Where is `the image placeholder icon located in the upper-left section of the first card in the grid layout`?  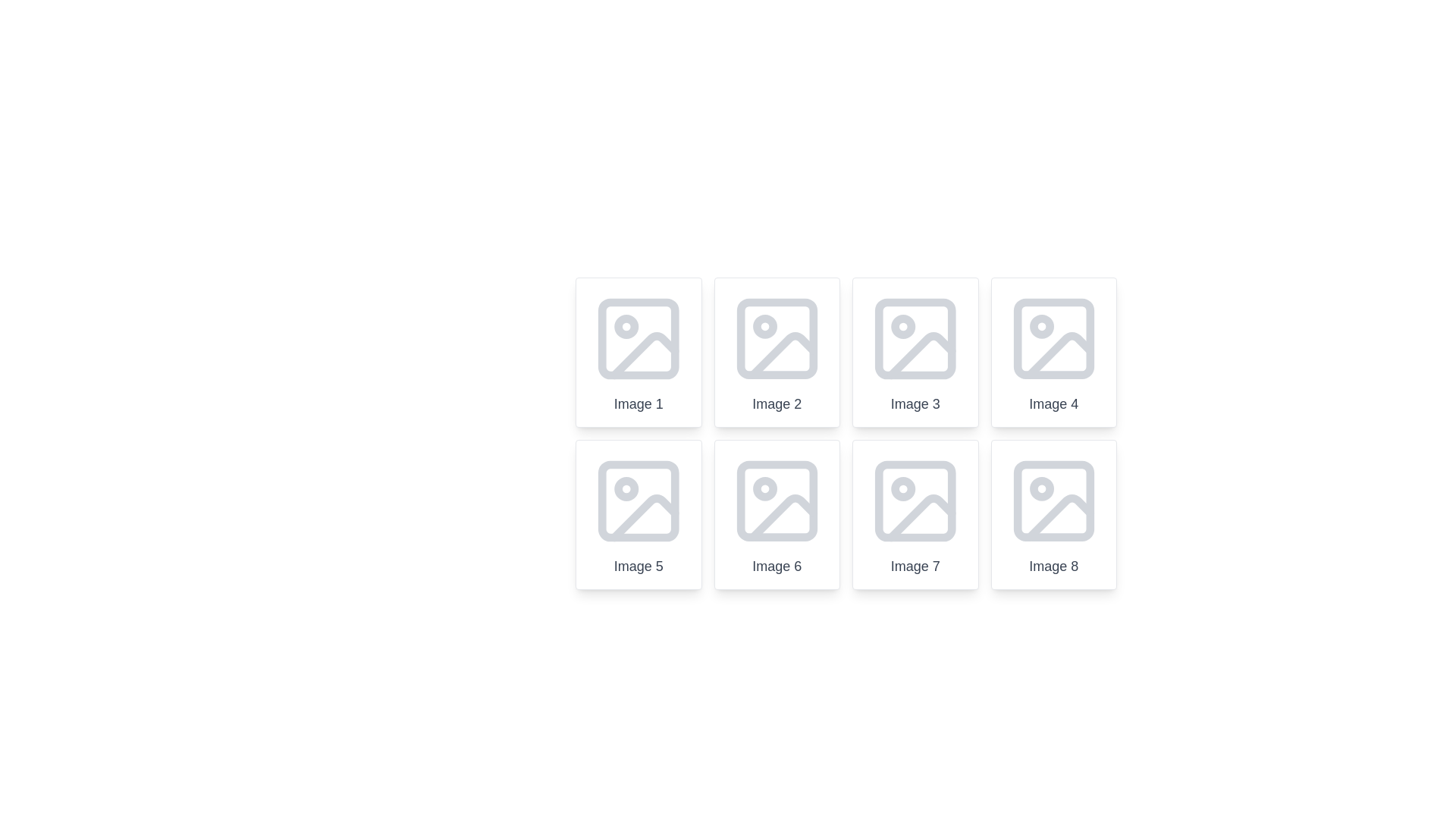 the image placeholder icon located in the upper-left section of the first card in the grid layout is located at coordinates (639, 338).